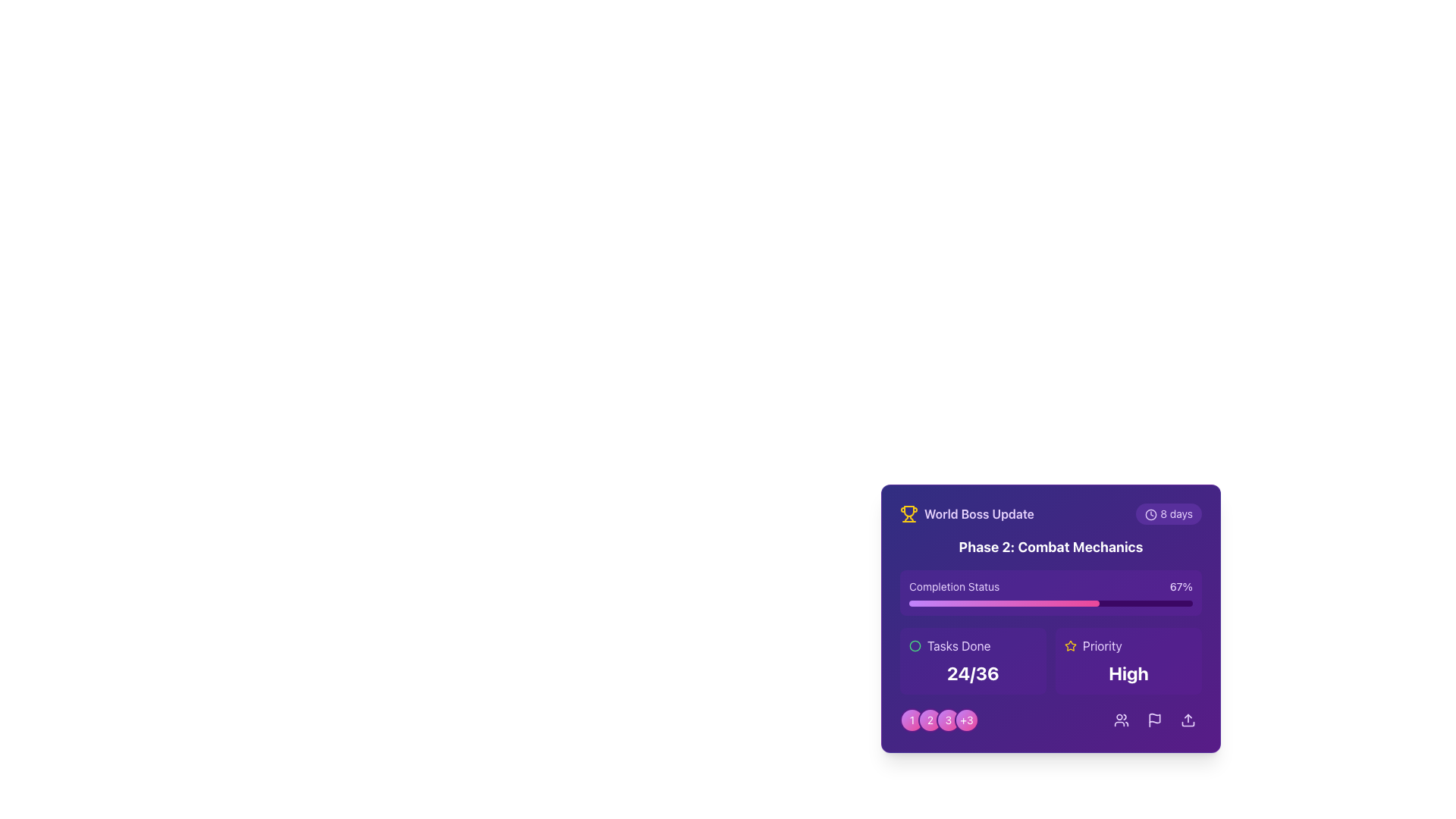  I want to click on numeric percentage value '67%' displayed in bold white font within the purple-themed 'Completion Status' bar located in the bottom-right section of the card interface, so click(1180, 586).